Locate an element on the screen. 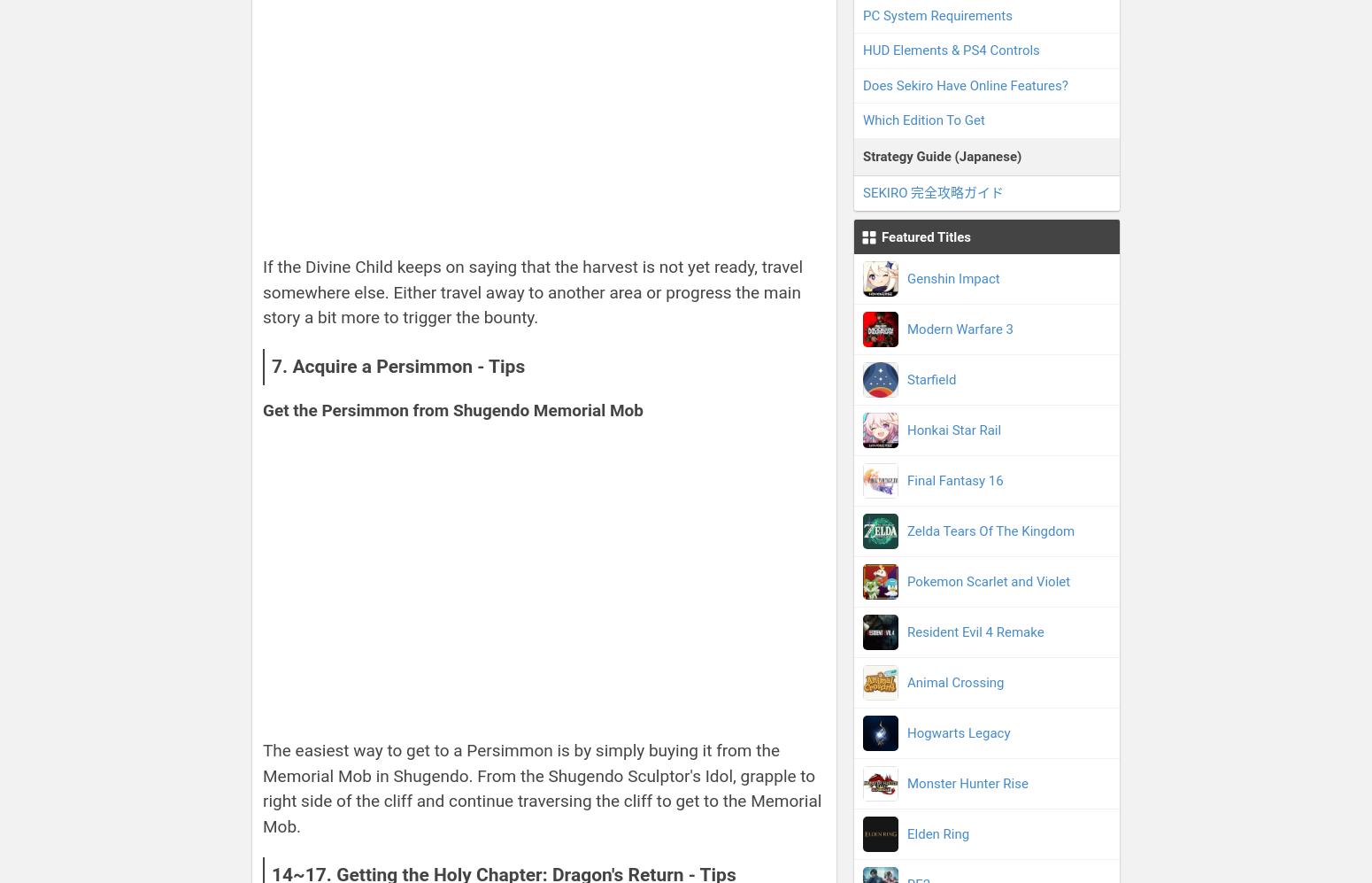 The image size is (1372, 883). 'Modern Warfare 3' is located at coordinates (960, 328).